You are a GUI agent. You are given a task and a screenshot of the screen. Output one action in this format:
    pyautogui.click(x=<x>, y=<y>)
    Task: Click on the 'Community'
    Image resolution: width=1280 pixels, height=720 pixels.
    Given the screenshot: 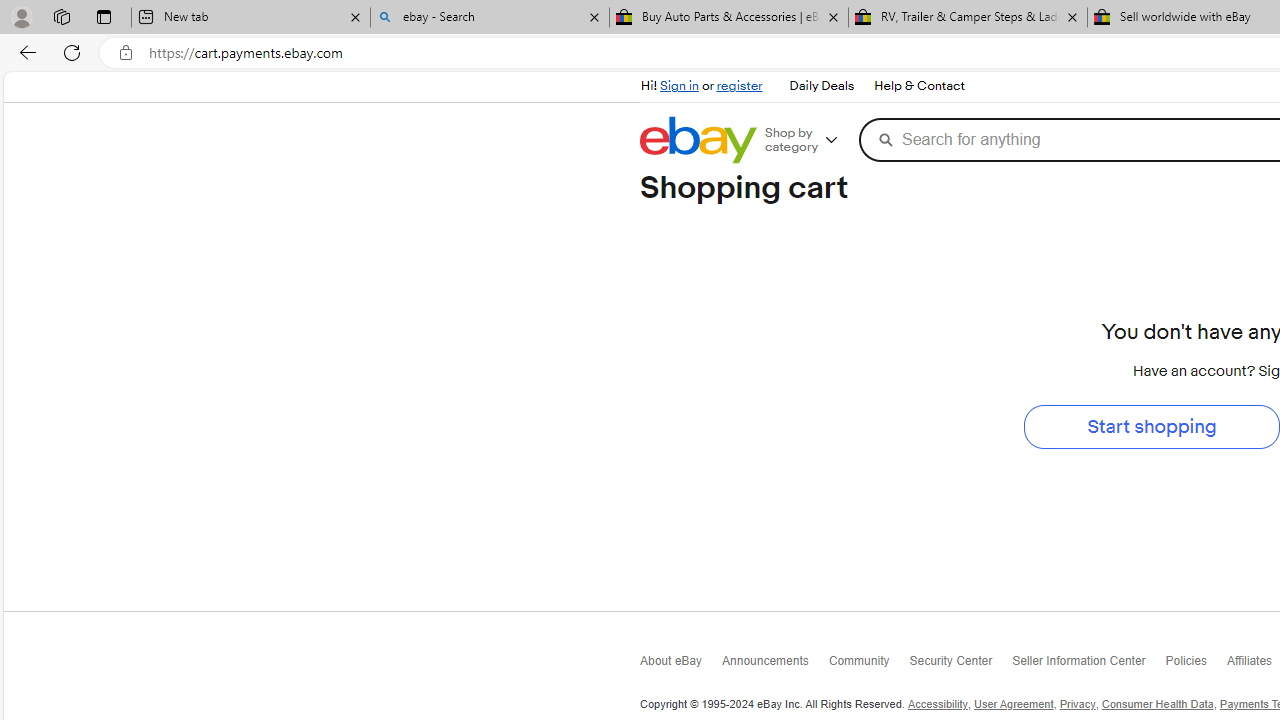 What is the action you would take?
    pyautogui.click(x=869, y=664)
    